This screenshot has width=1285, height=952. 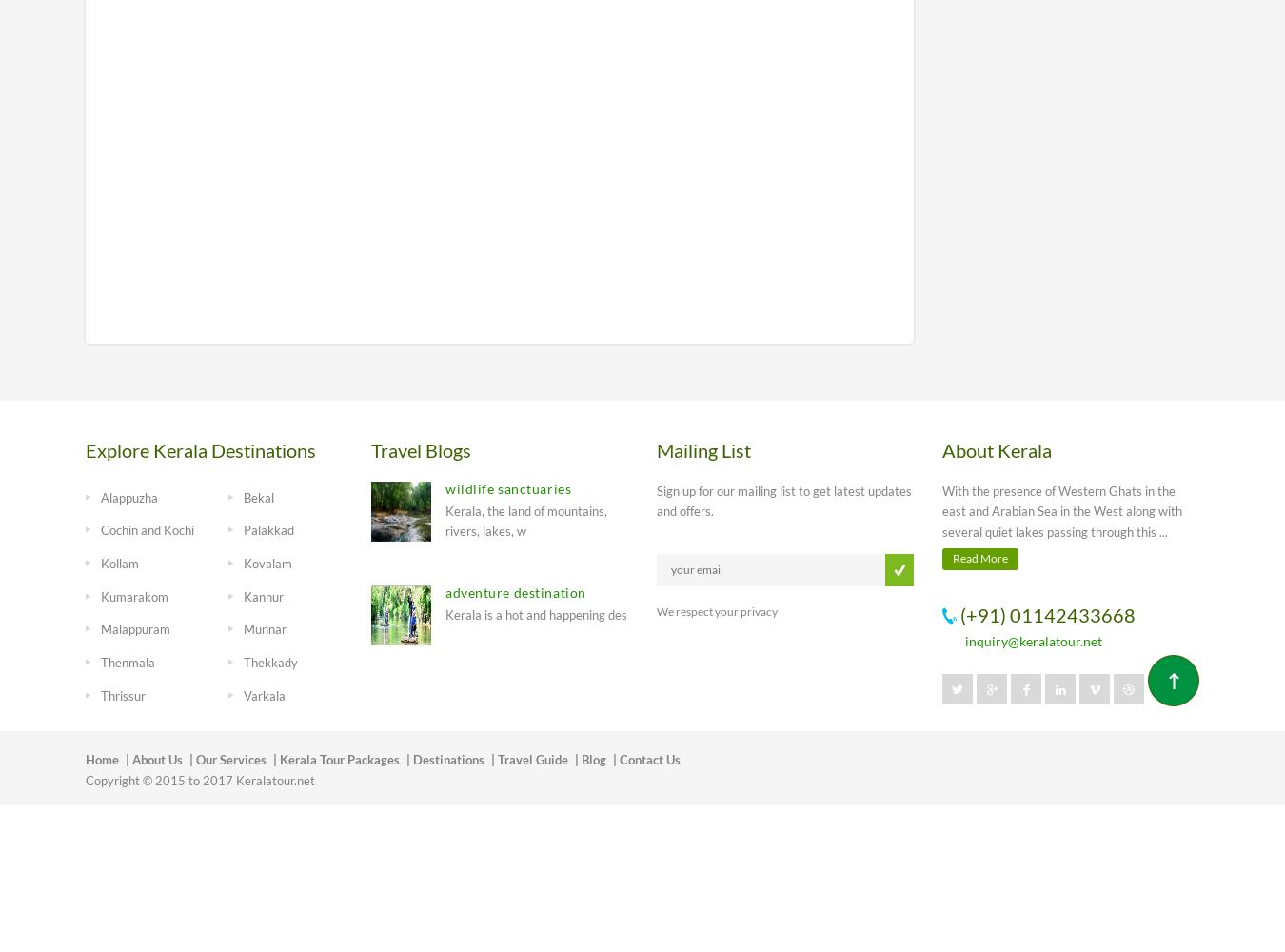 What do you see at coordinates (242, 562) in the screenshot?
I see `'Kovalam'` at bounding box center [242, 562].